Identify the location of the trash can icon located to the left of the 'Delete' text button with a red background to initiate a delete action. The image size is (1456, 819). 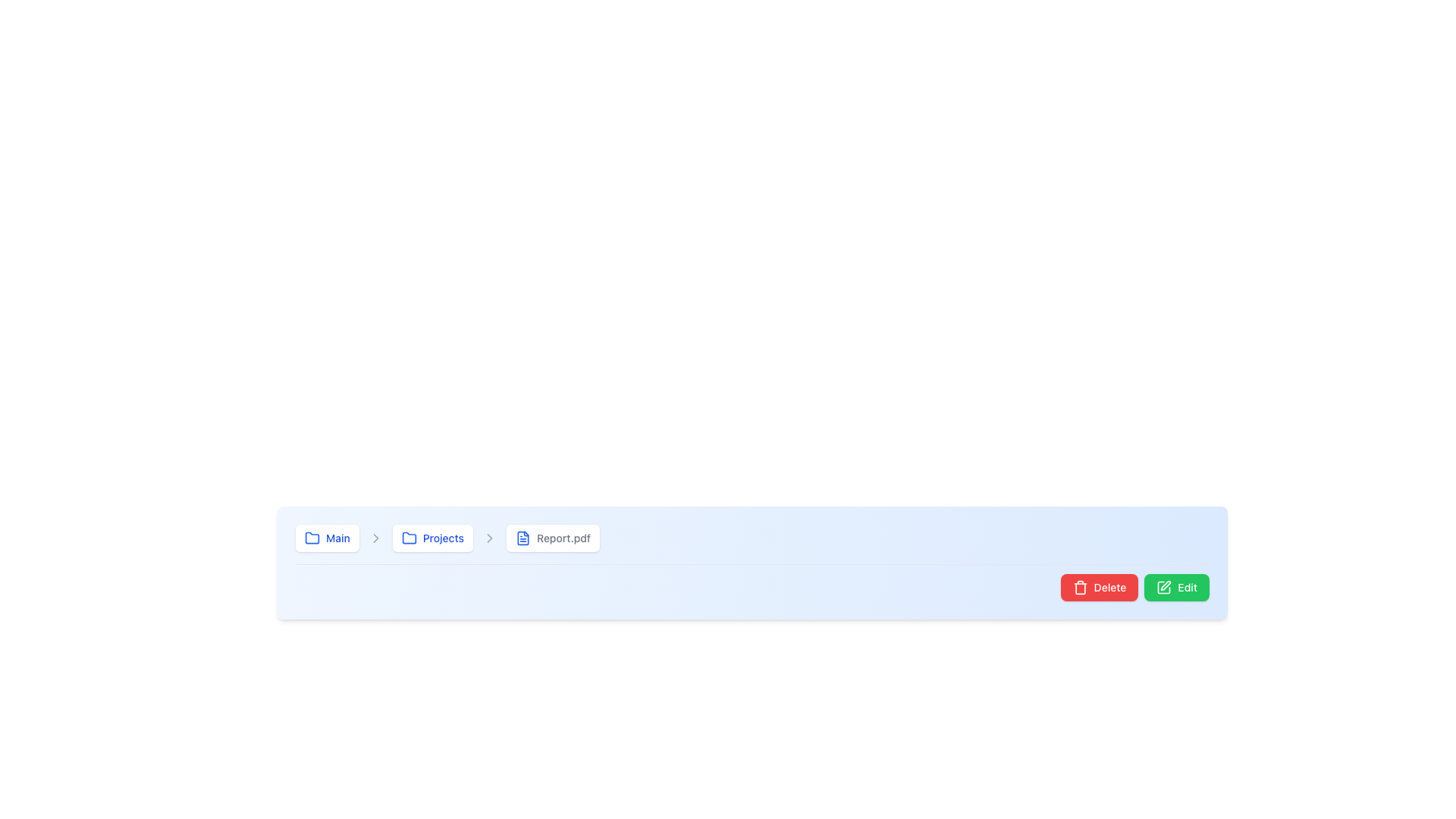
(1079, 587).